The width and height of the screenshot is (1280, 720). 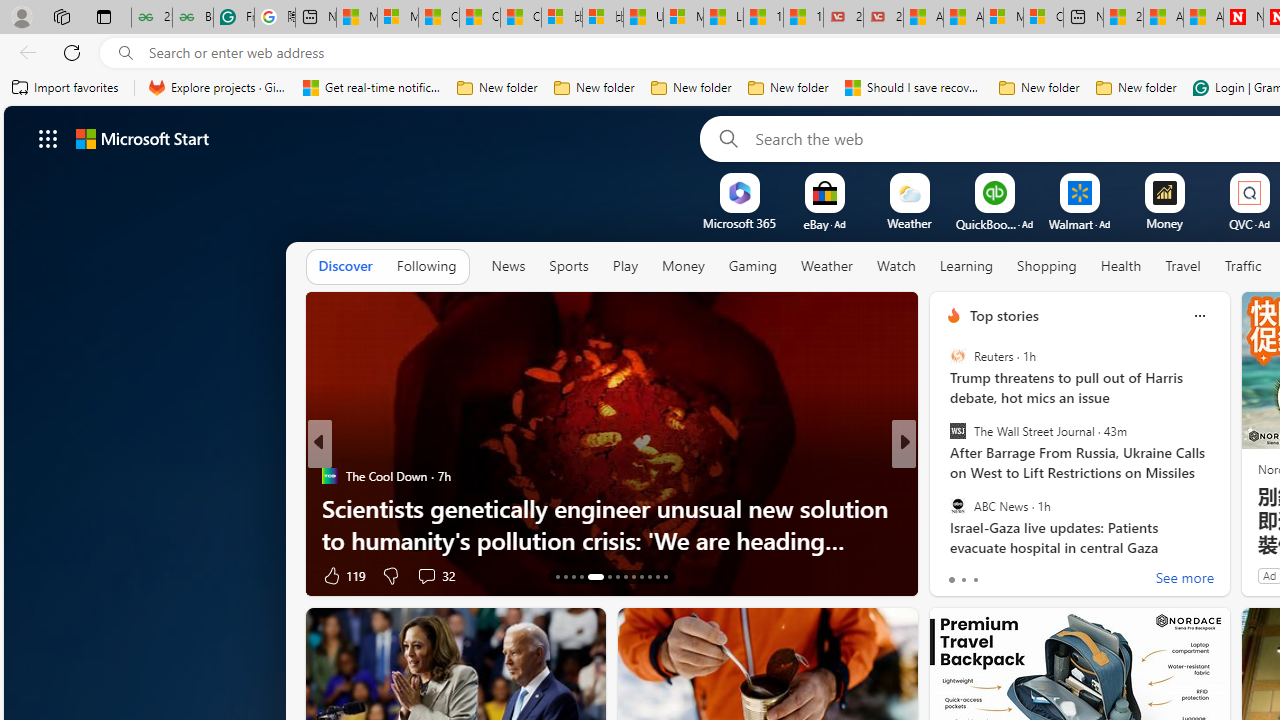 I want to click on 'AutomationID: tab-14', so click(x=564, y=577).